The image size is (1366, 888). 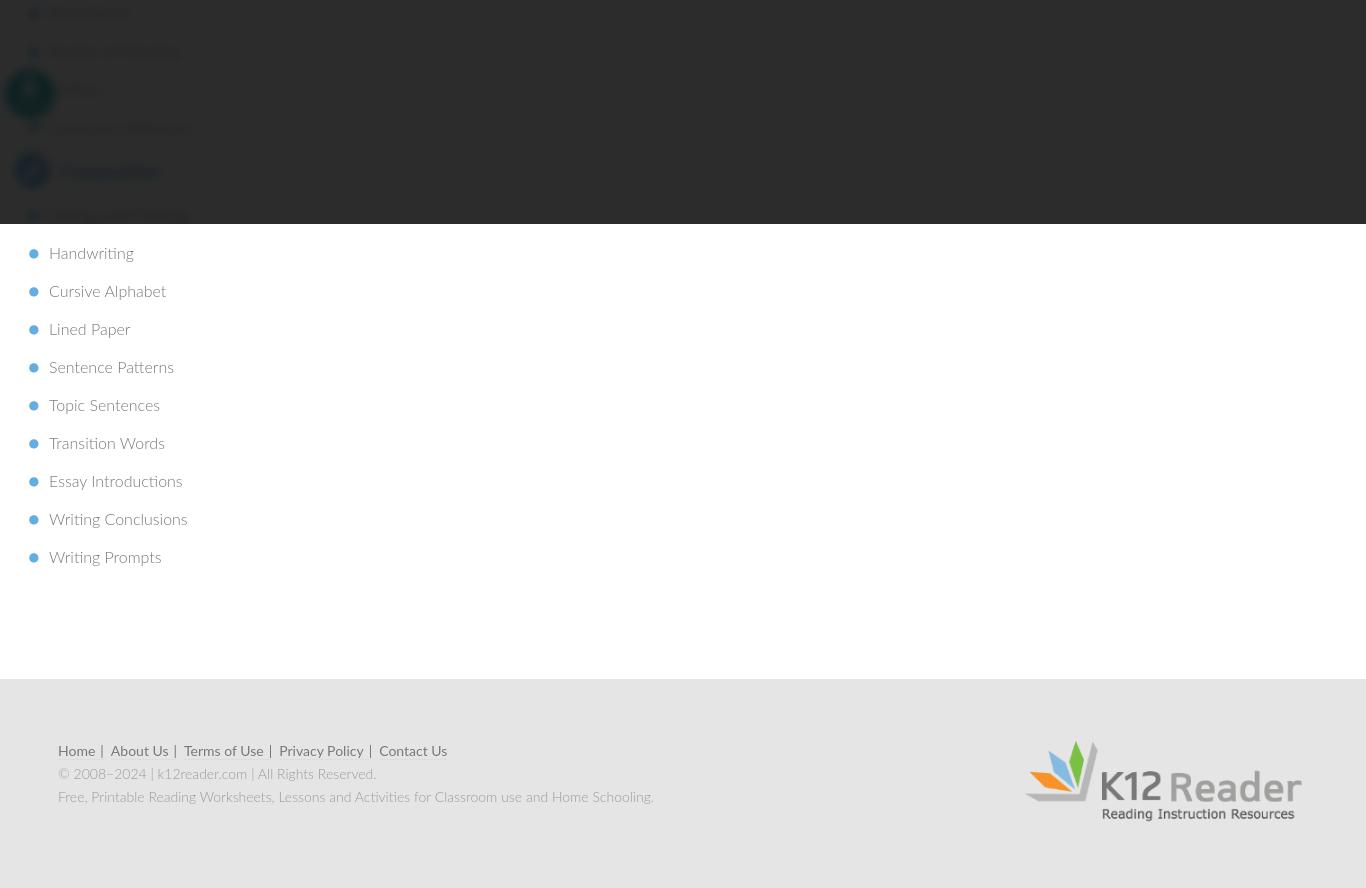 What do you see at coordinates (216, 772) in the screenshot?
I see `'© 2008–2024 | k12reader.com | All Rights Reserved.'` at bounding box center [216, 772].